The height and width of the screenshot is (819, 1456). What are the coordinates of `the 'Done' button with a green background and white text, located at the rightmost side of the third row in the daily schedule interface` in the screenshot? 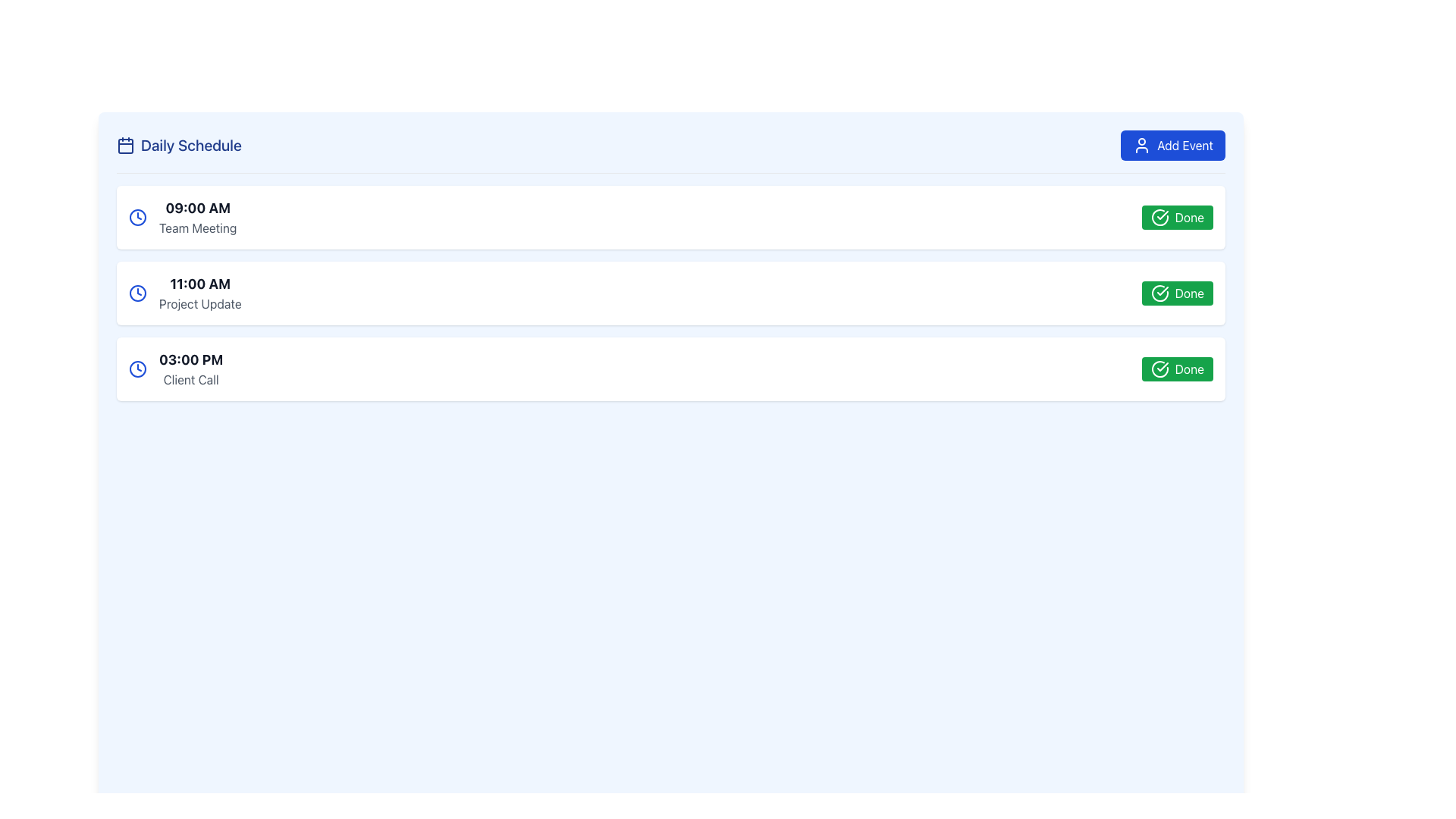 It's located at (1176, 369).